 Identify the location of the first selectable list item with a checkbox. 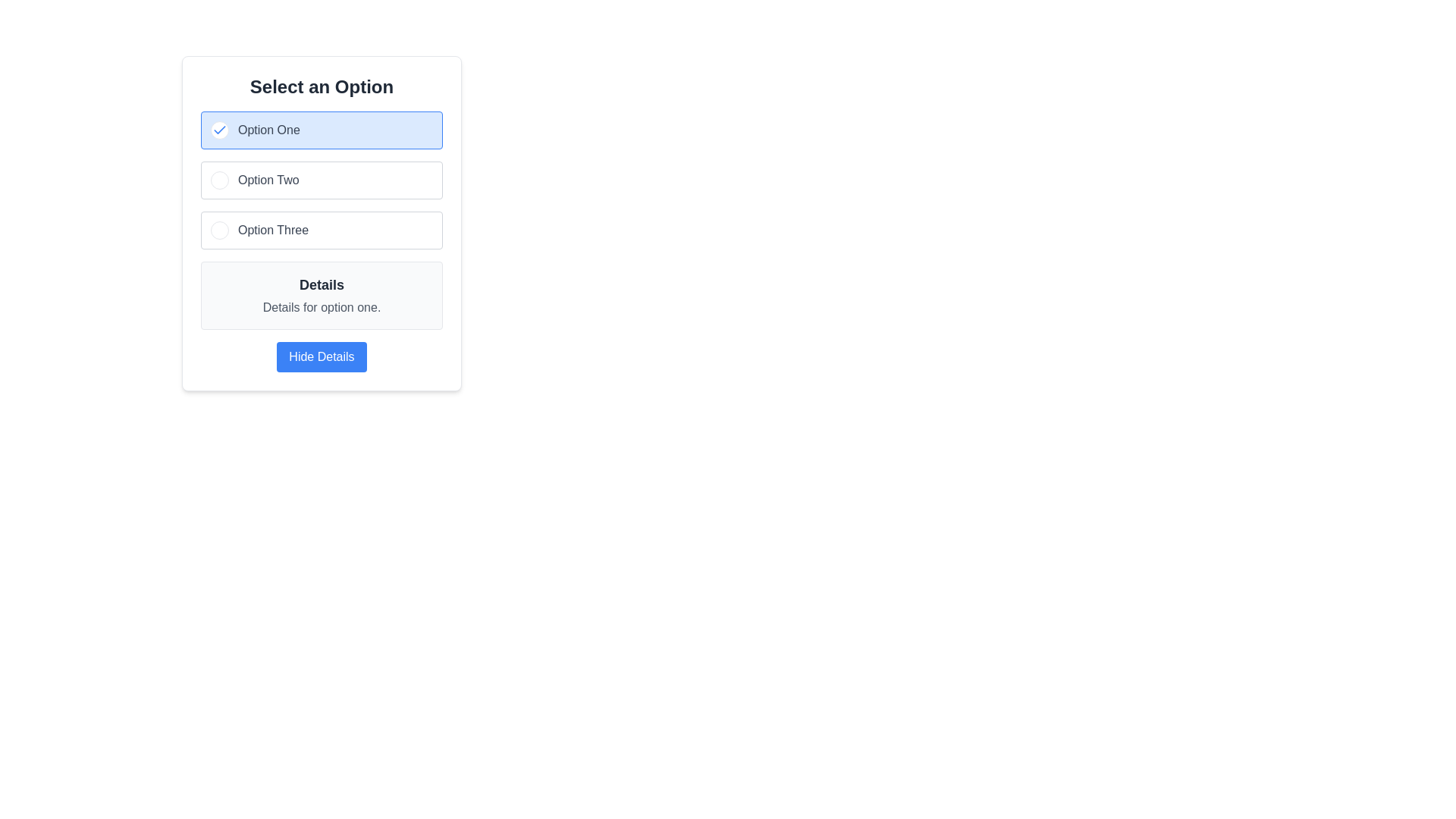
(321, 130).